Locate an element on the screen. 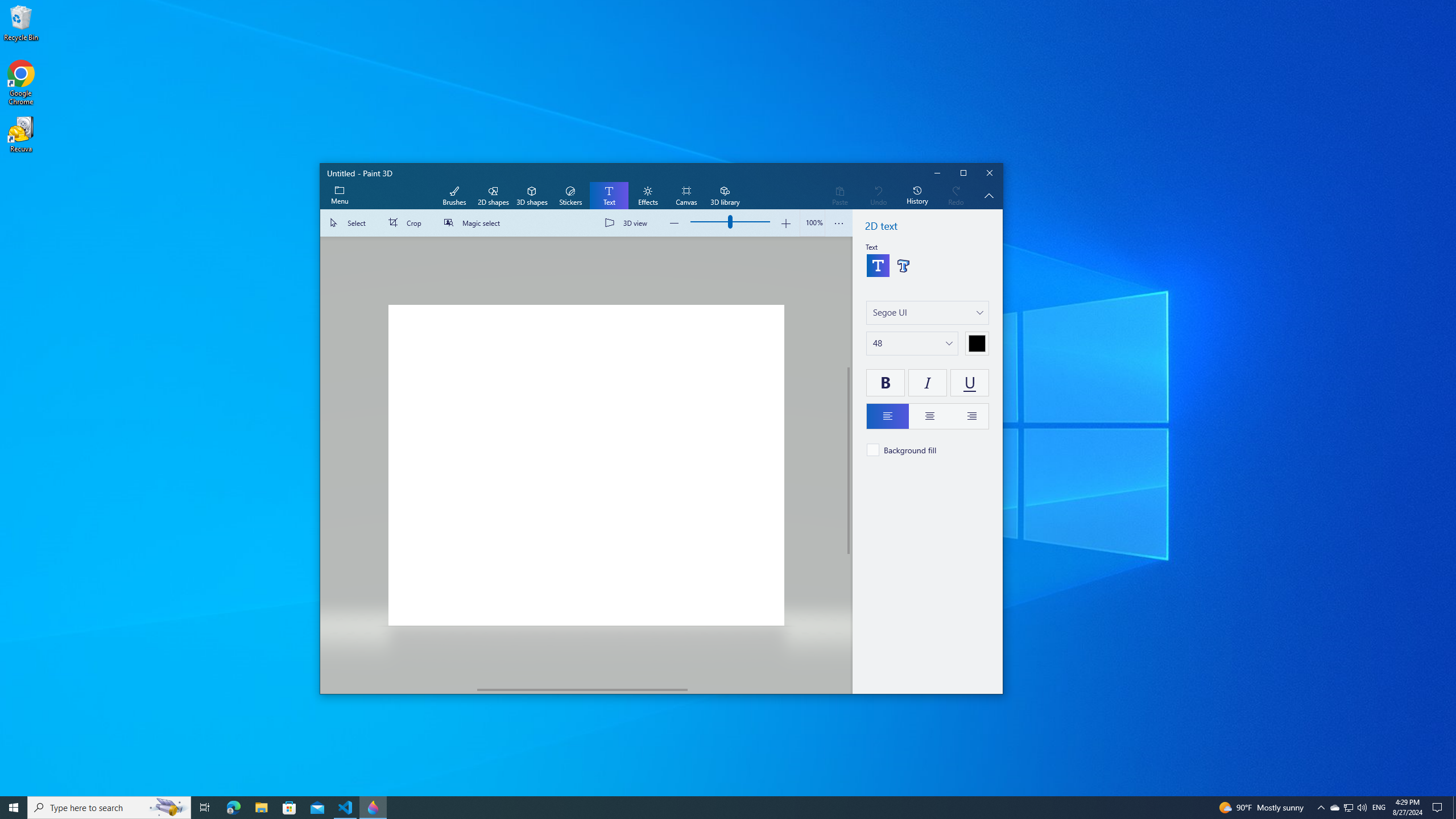 This screenshot has width=1456, height=819. 'Left align text' is located at coordinates (887, 416).